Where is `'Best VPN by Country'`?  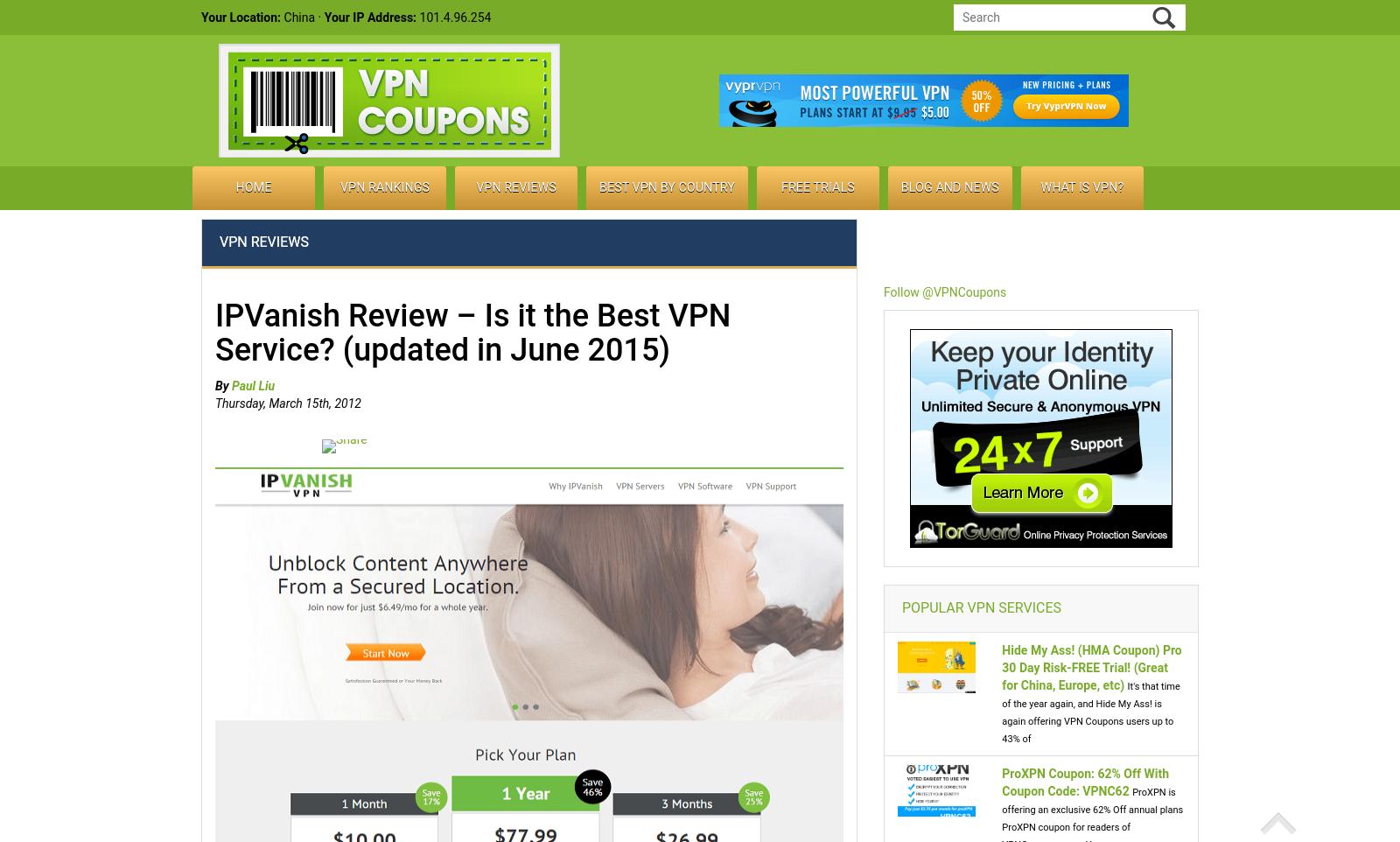 'Best VPN by Country' is located at coordinates (667, 186).